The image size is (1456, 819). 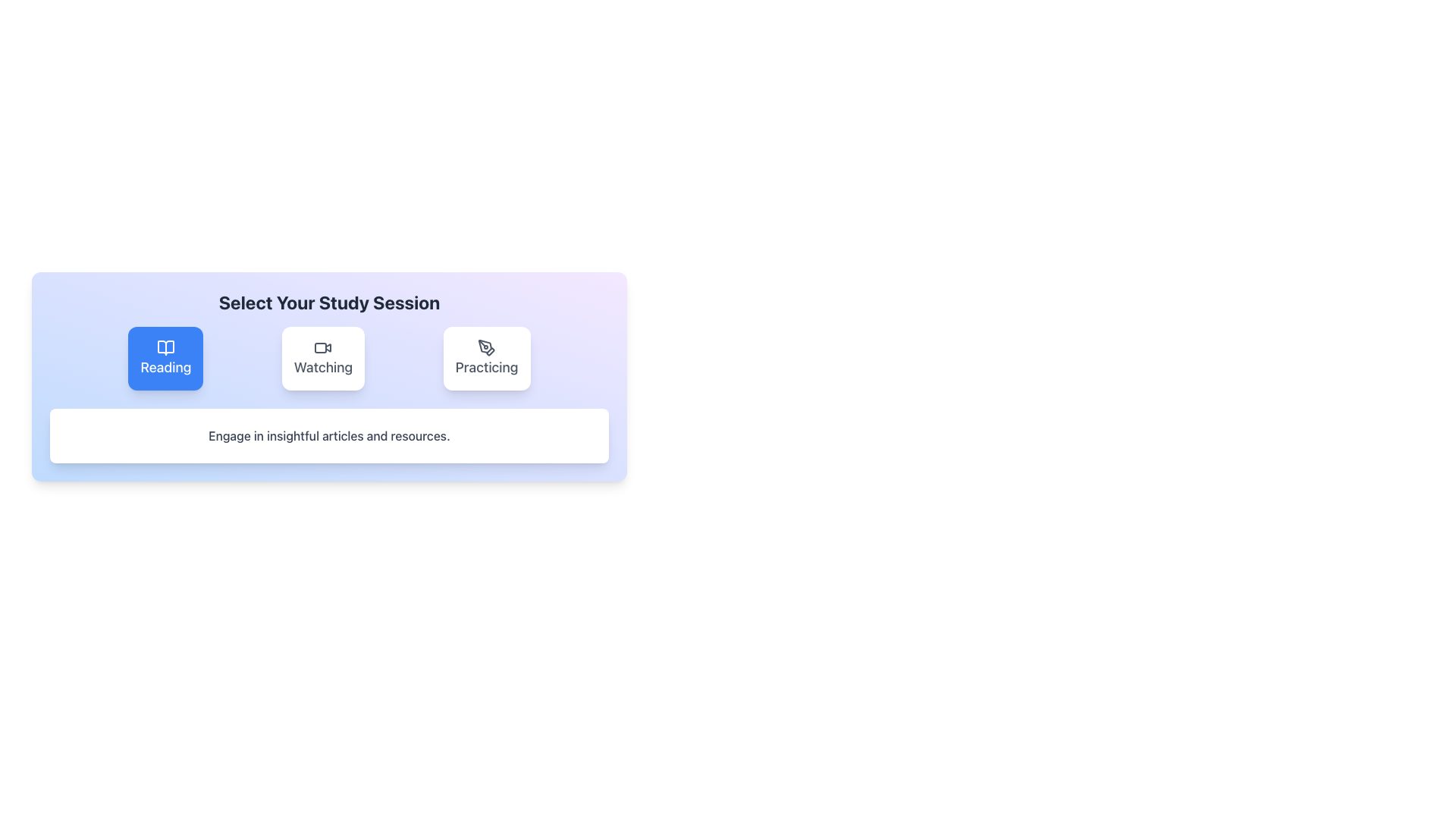 I want to click on the 'Practicing' button, which is the third button in a group of three buttons for study activities, so click(x=487, y=359).